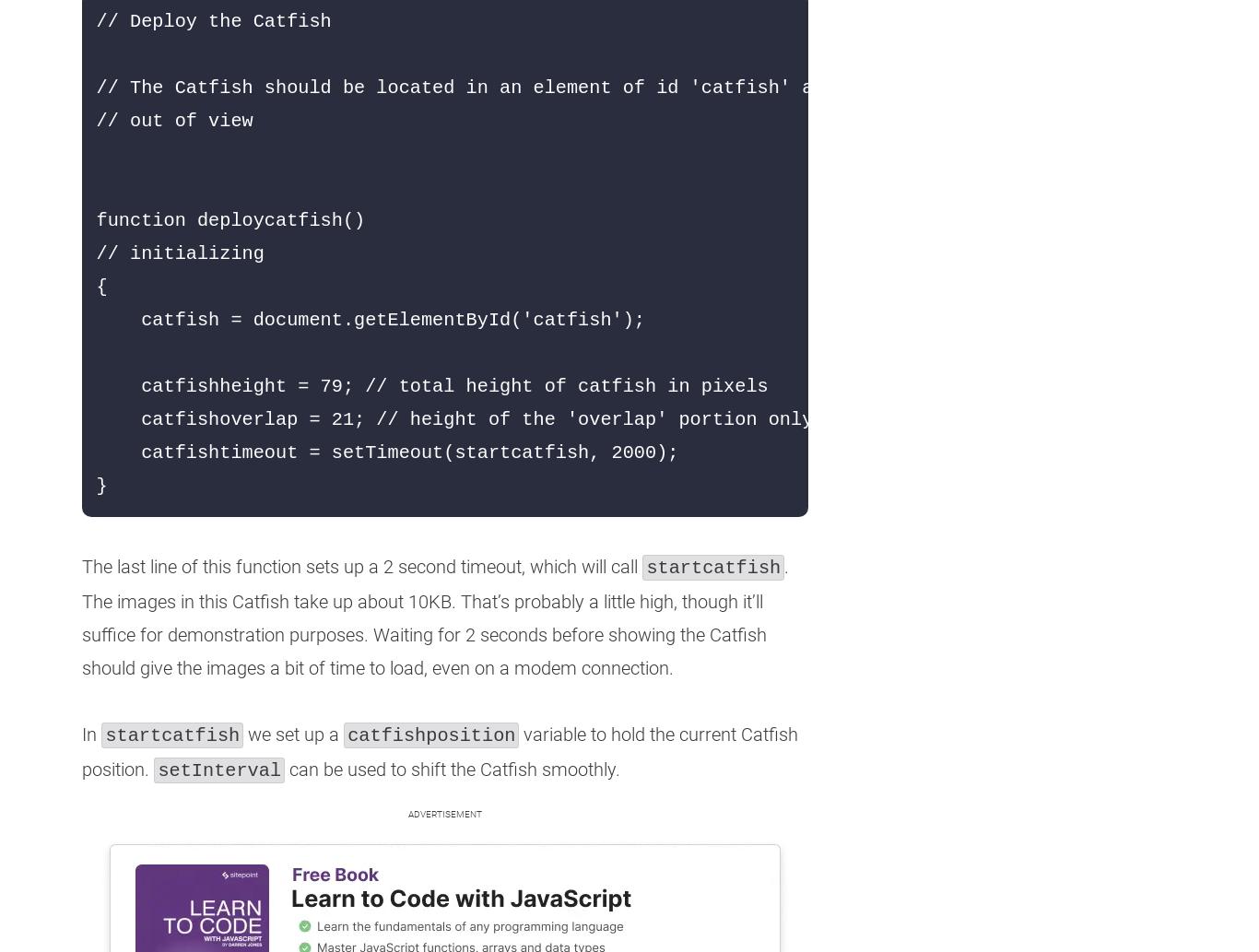 The width and height of the screenshot is (1259, 952). I want to click on 'setInterval', so click(218, 770).